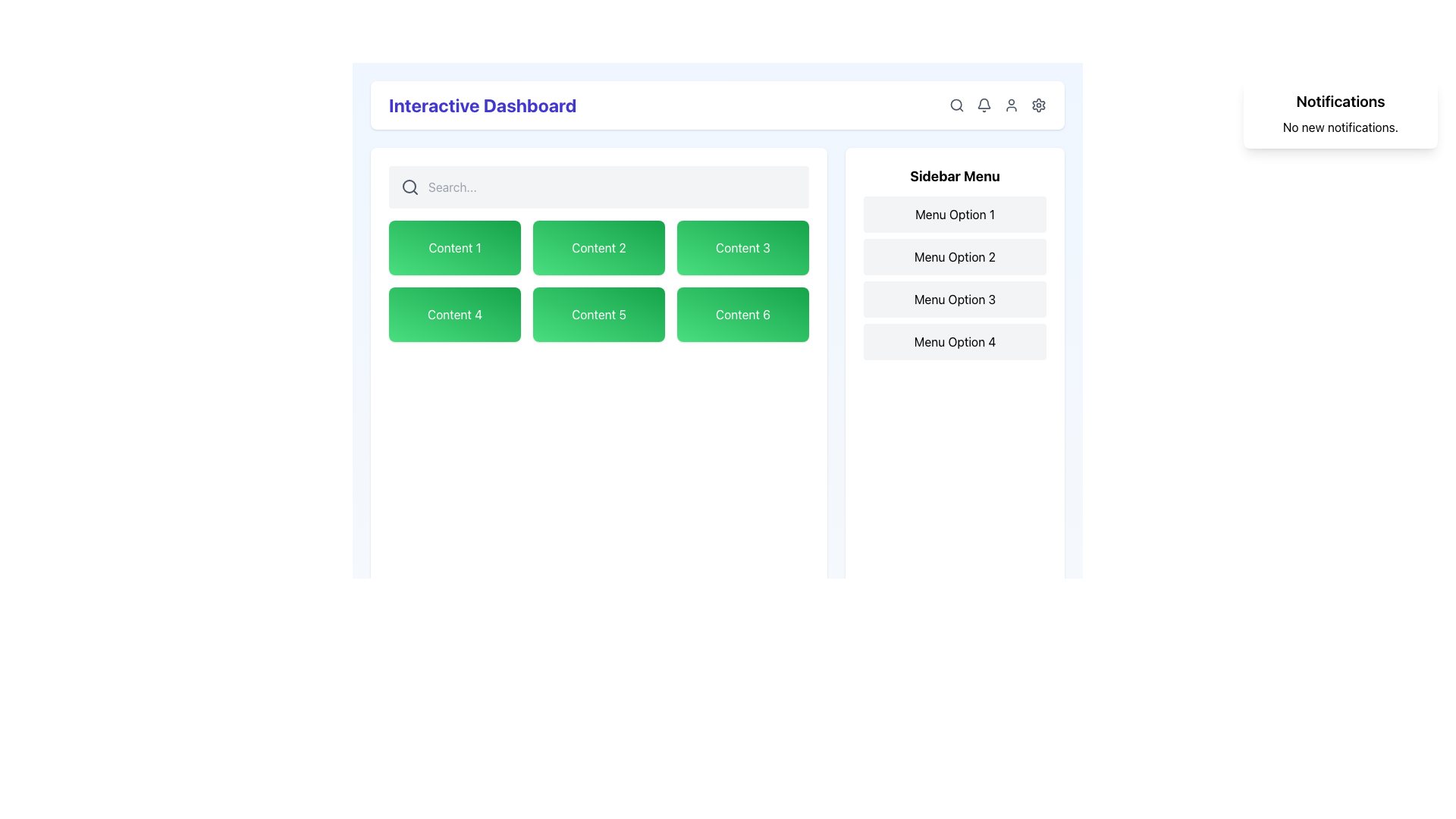  What do you see at coordinates (954, 256) in the screenshot?
I see `the 'Menu Option 2' button in the Sidebar Menu to observe its hover effects` at bounding box center [954, 256].